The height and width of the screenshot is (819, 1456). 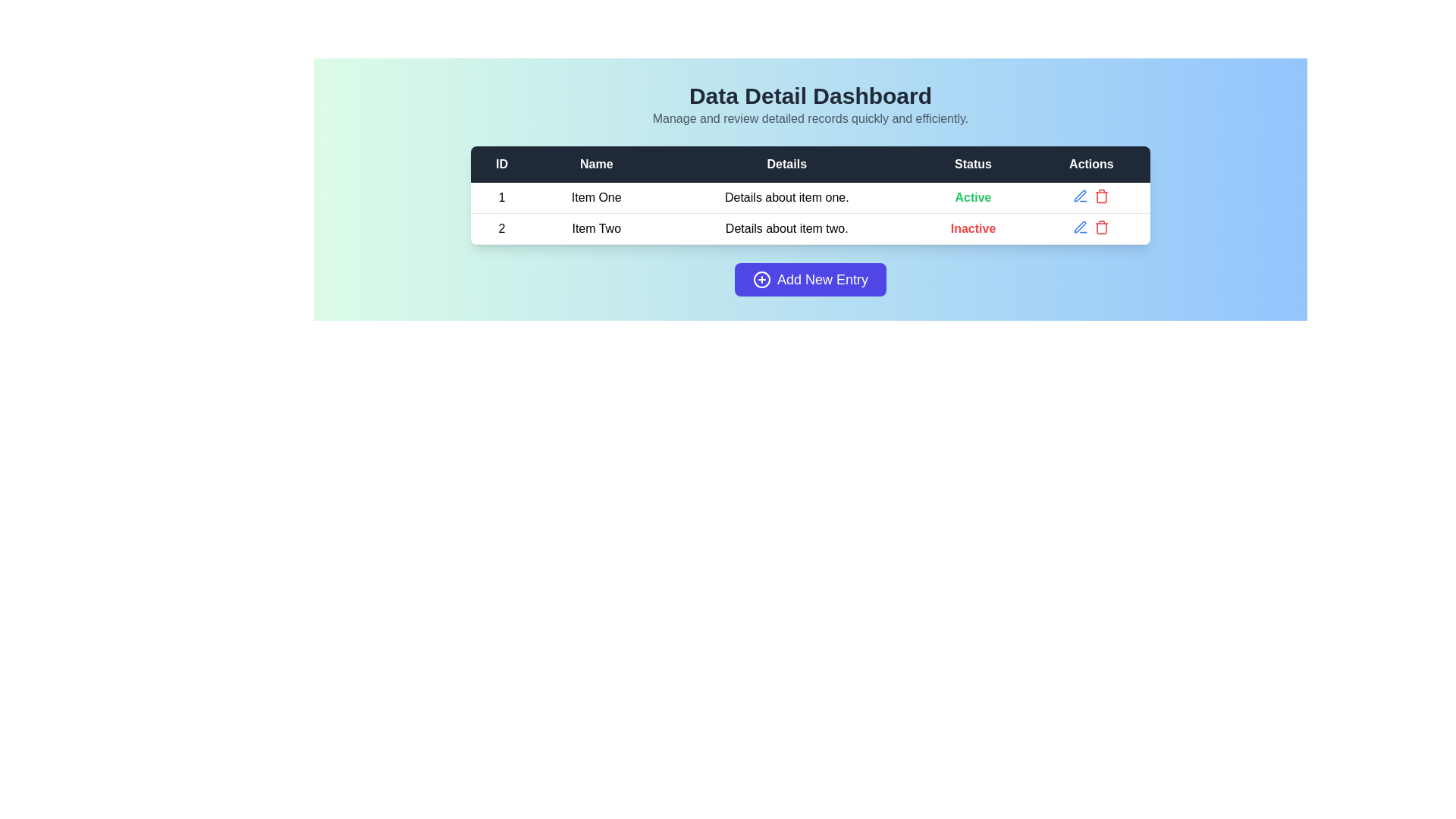 What do you see at coordinates (1080, 227) in the screenshot?
I see `the edit icon button in the second row of the table for 'Item Two'` at bounding box center [1080, 227].